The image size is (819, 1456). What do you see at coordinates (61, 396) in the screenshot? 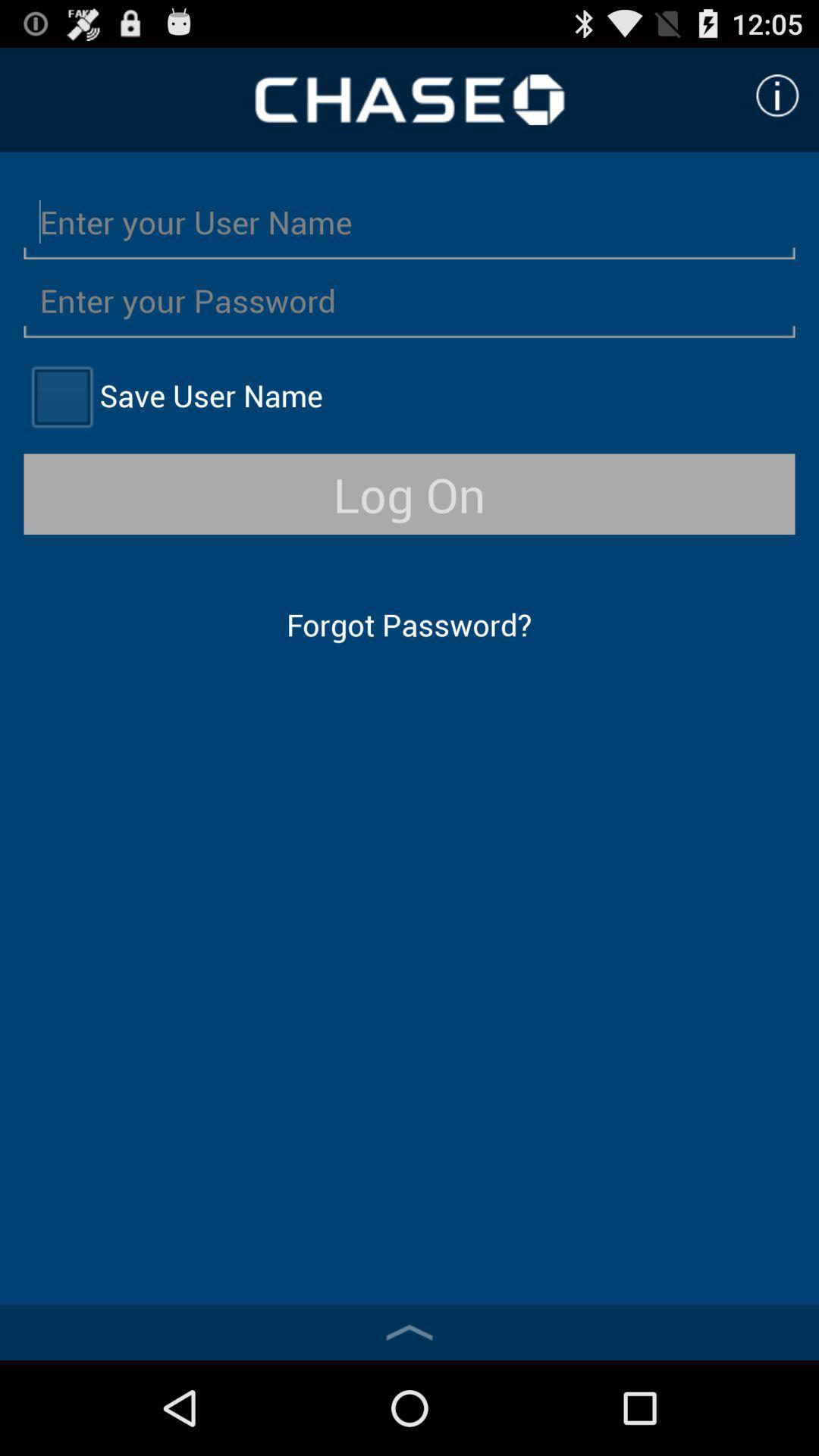
I see `option` at bounding box center [61, 396].